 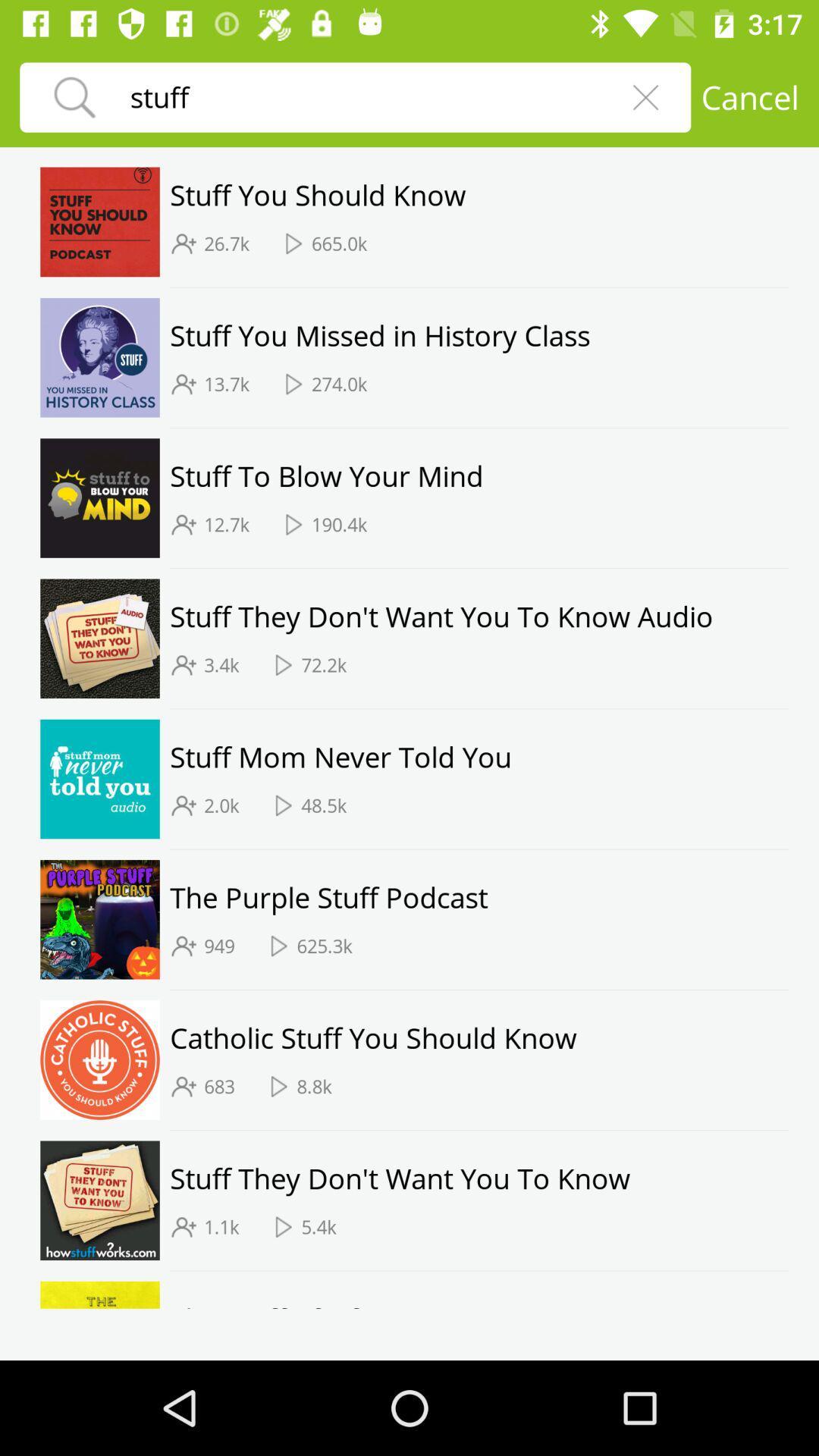 I want to click on the item below the stuff they don, so click(x=323, y=665).